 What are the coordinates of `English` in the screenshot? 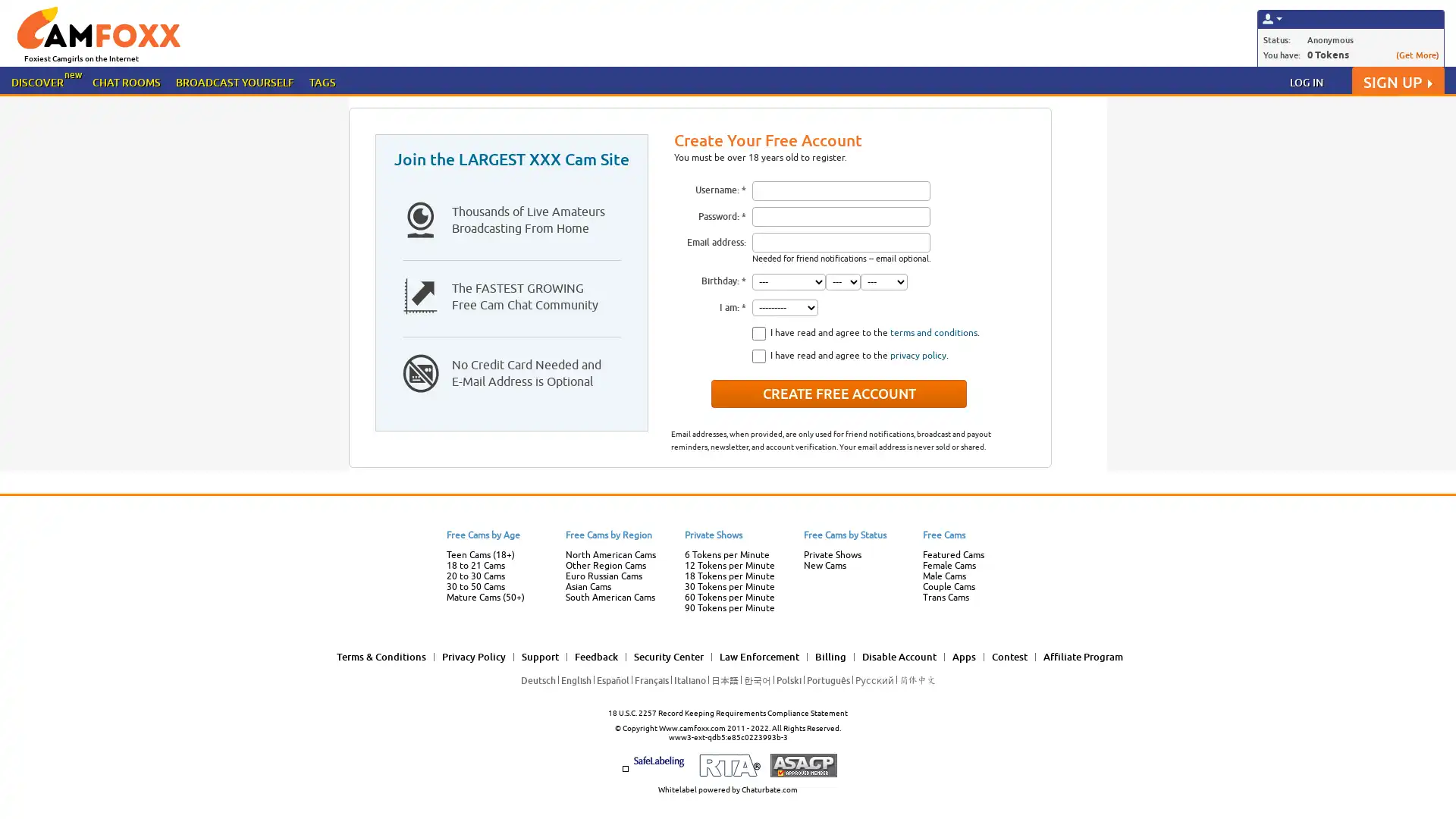 It's located at (575, 680).